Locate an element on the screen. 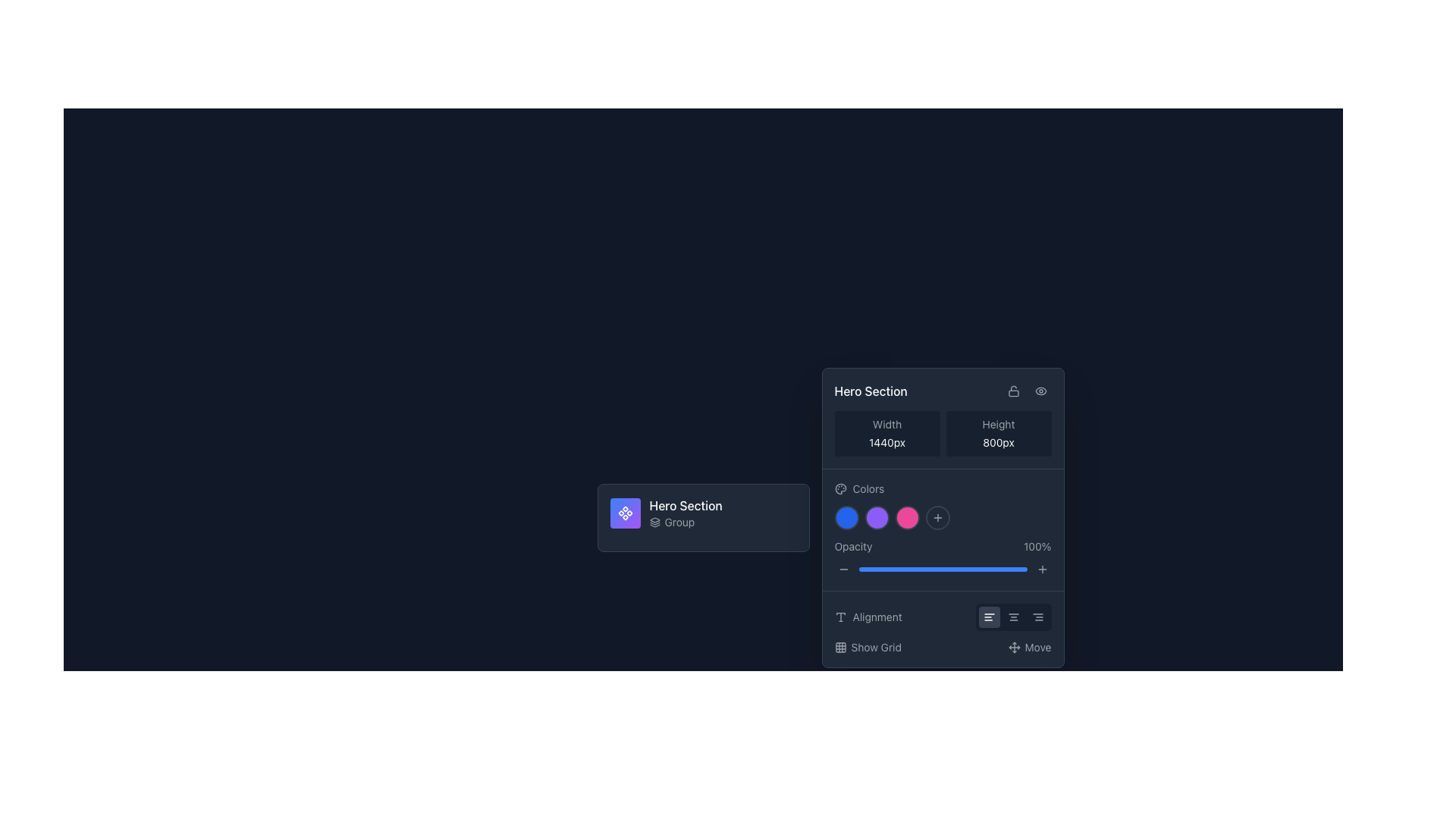 Image resolution: width=1456 pixels, height=819 pixels. the eye icon in the upper-right corner of the 'Hero Section' panel, which is part of the Control group containing interactive icons is located at coordinates (1027, 391).